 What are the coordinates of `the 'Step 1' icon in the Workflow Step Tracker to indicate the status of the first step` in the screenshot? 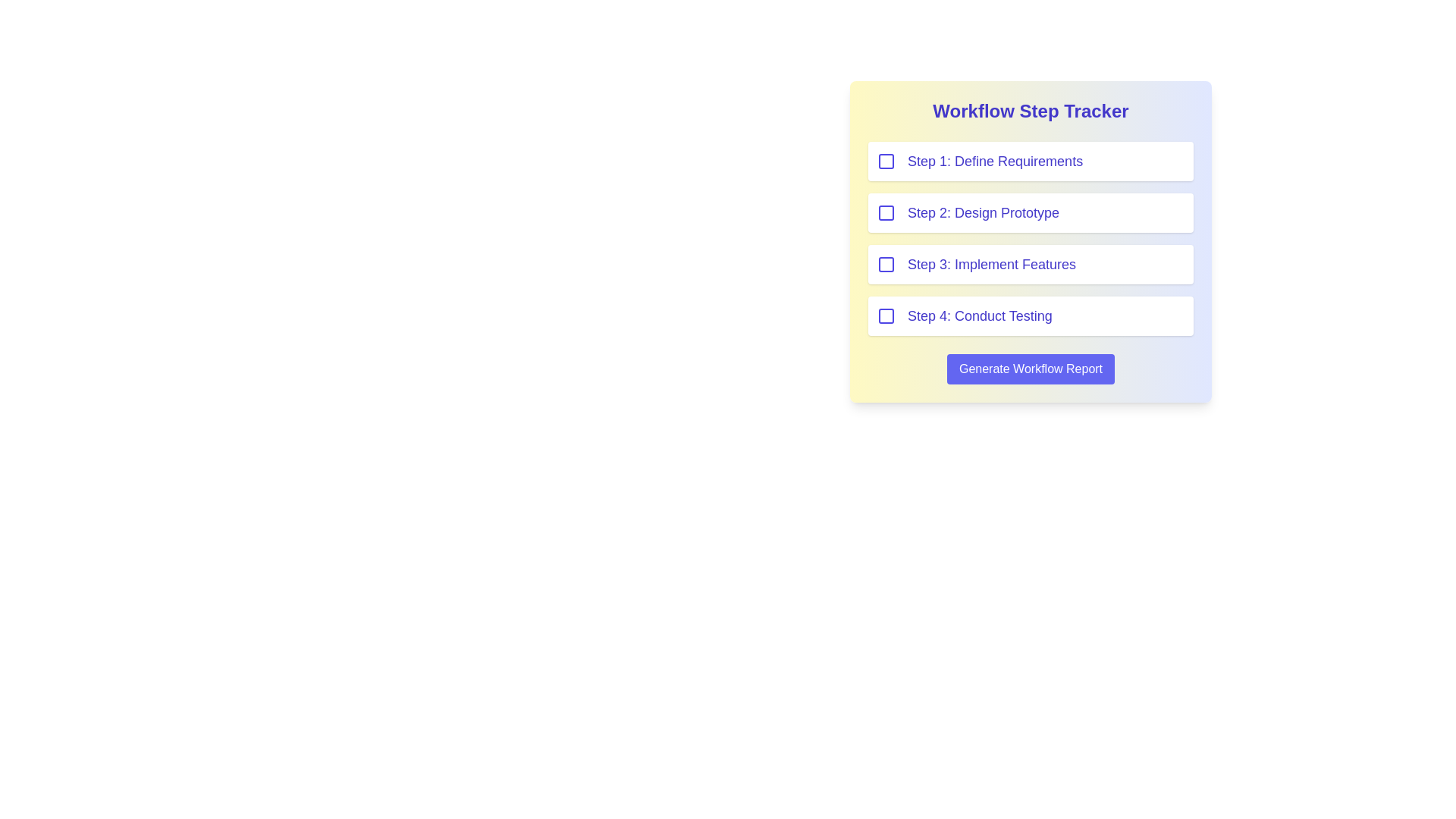 It's located at (886, 161).